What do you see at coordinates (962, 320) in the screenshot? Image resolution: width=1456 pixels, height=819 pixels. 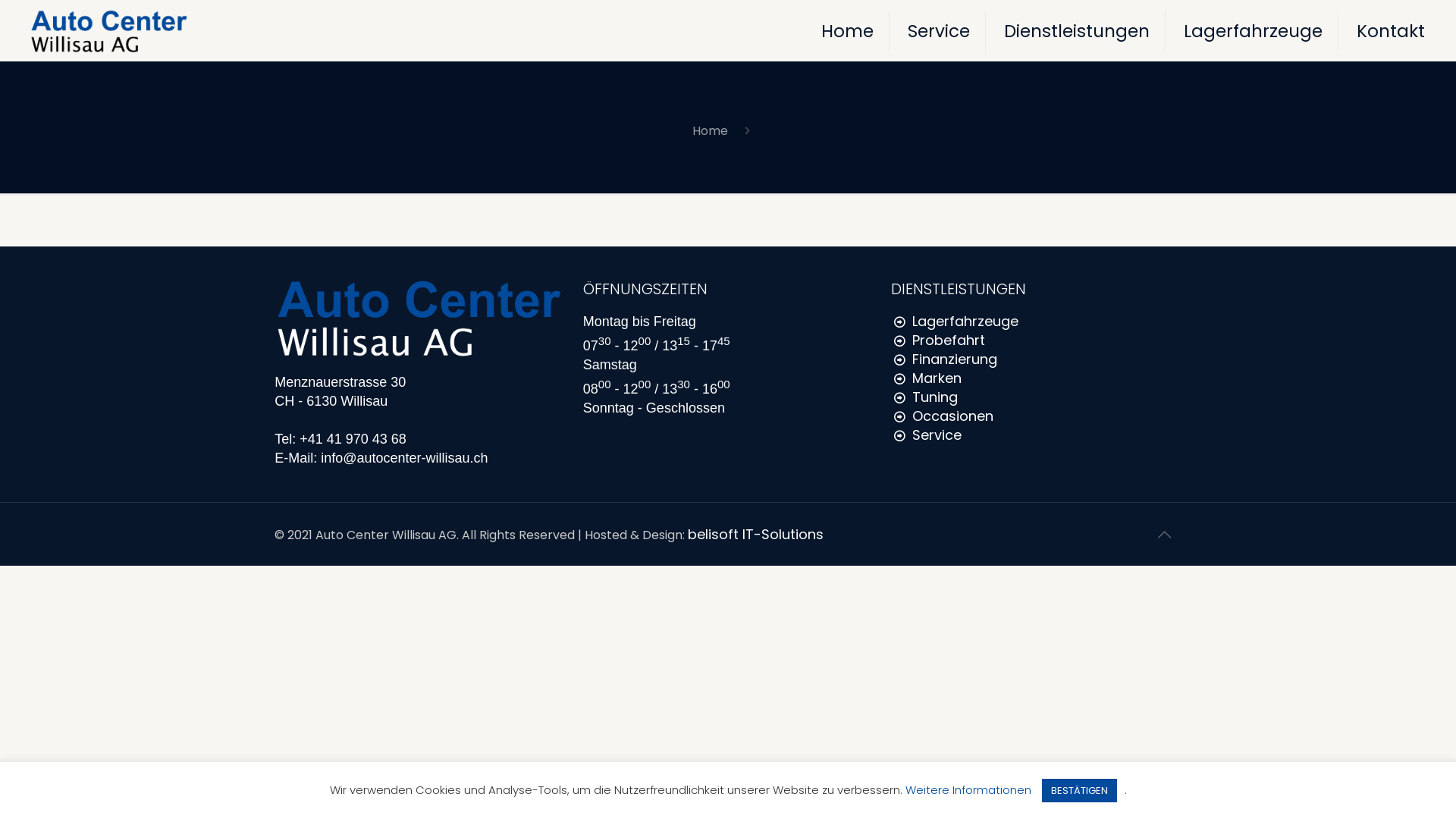 I see `'Lagerfahrzeuge'` at bounding box center [962, 320].